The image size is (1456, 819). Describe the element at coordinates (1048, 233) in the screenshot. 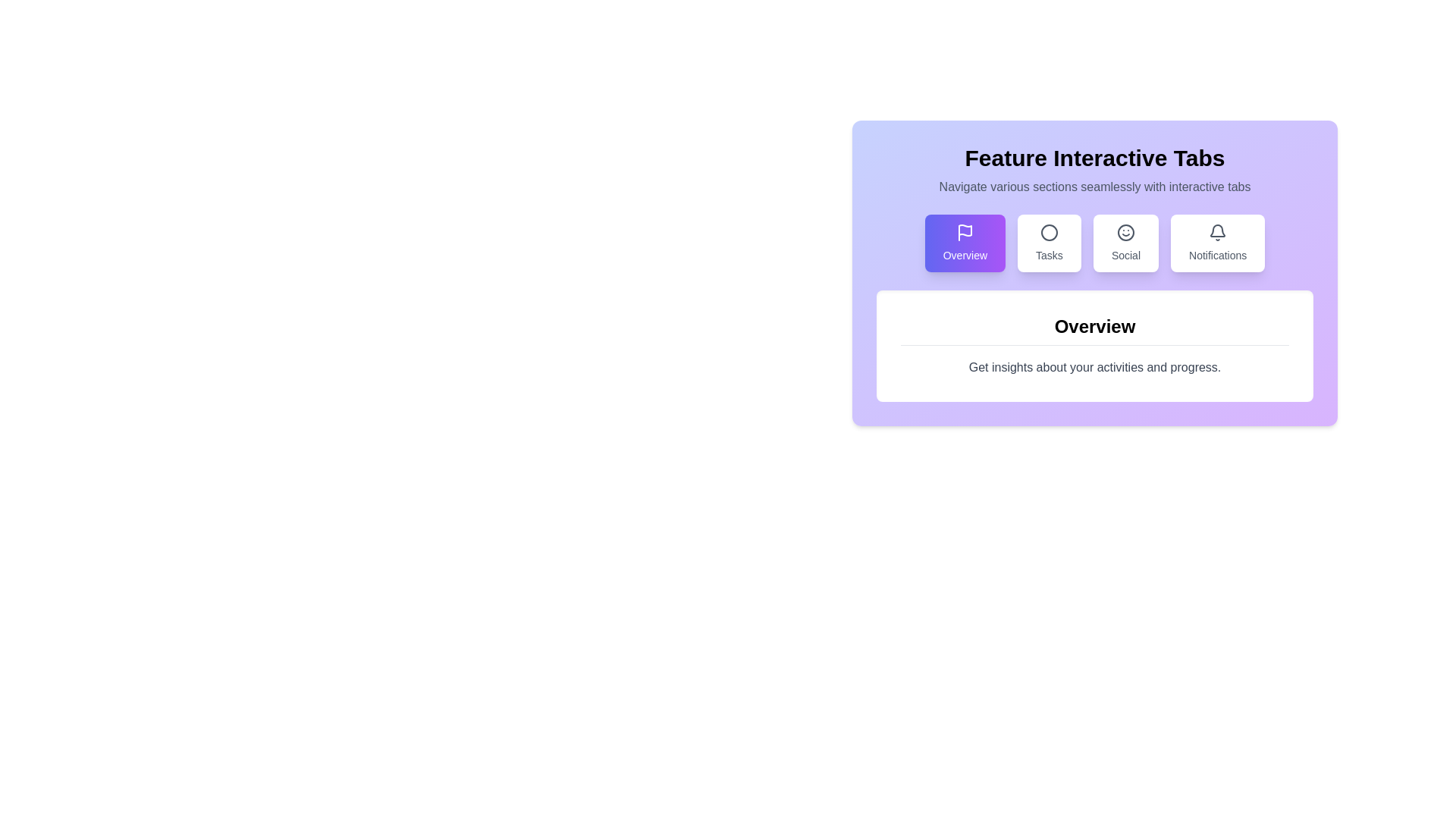

I see `the circular hollow icon representing the 'Tasks' button located centrally in the top row of interactive options within the feature interactive tabs component` at that location.